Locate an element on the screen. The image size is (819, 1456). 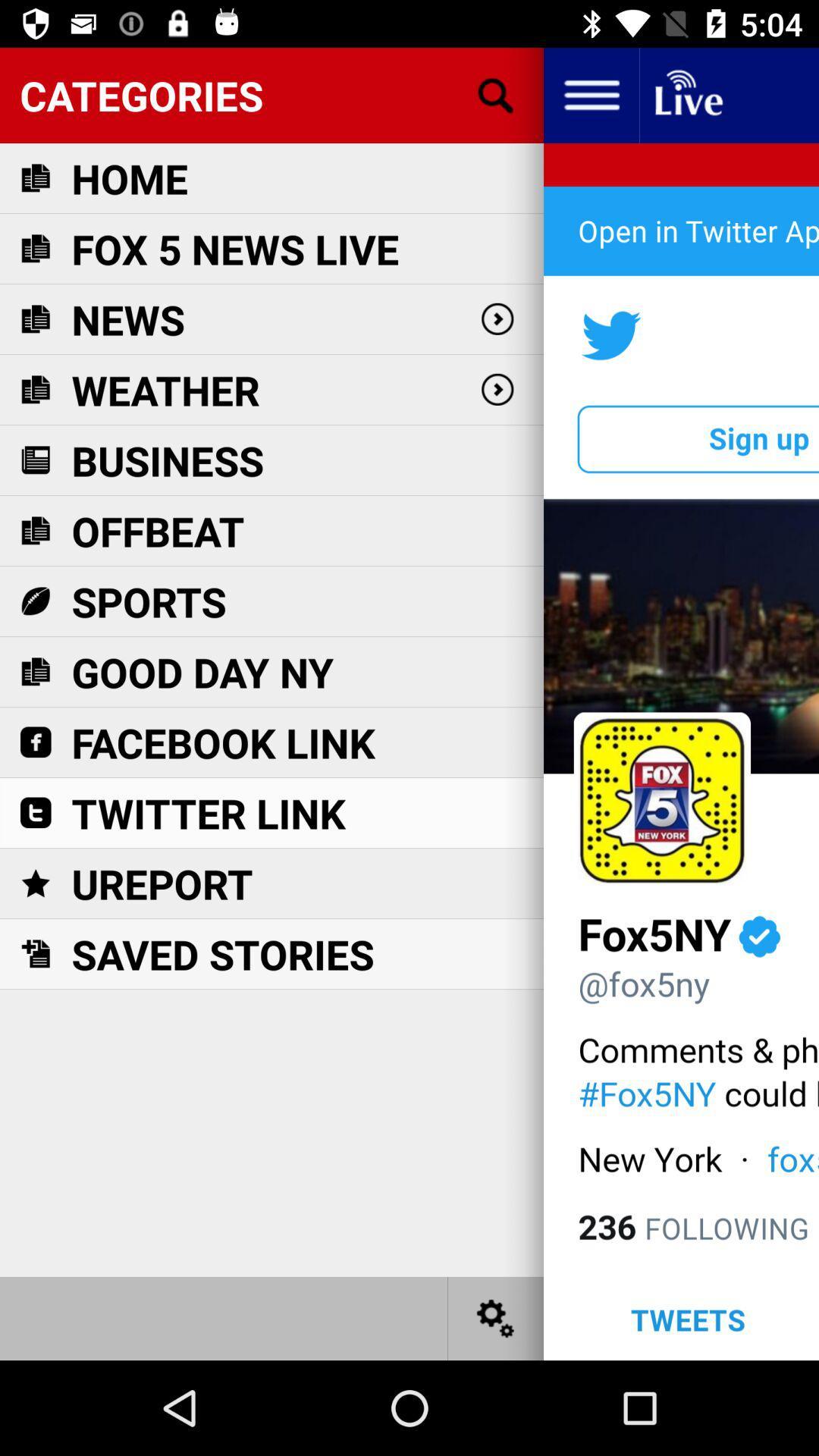
the icon below news is located at coordinates (165, 390).